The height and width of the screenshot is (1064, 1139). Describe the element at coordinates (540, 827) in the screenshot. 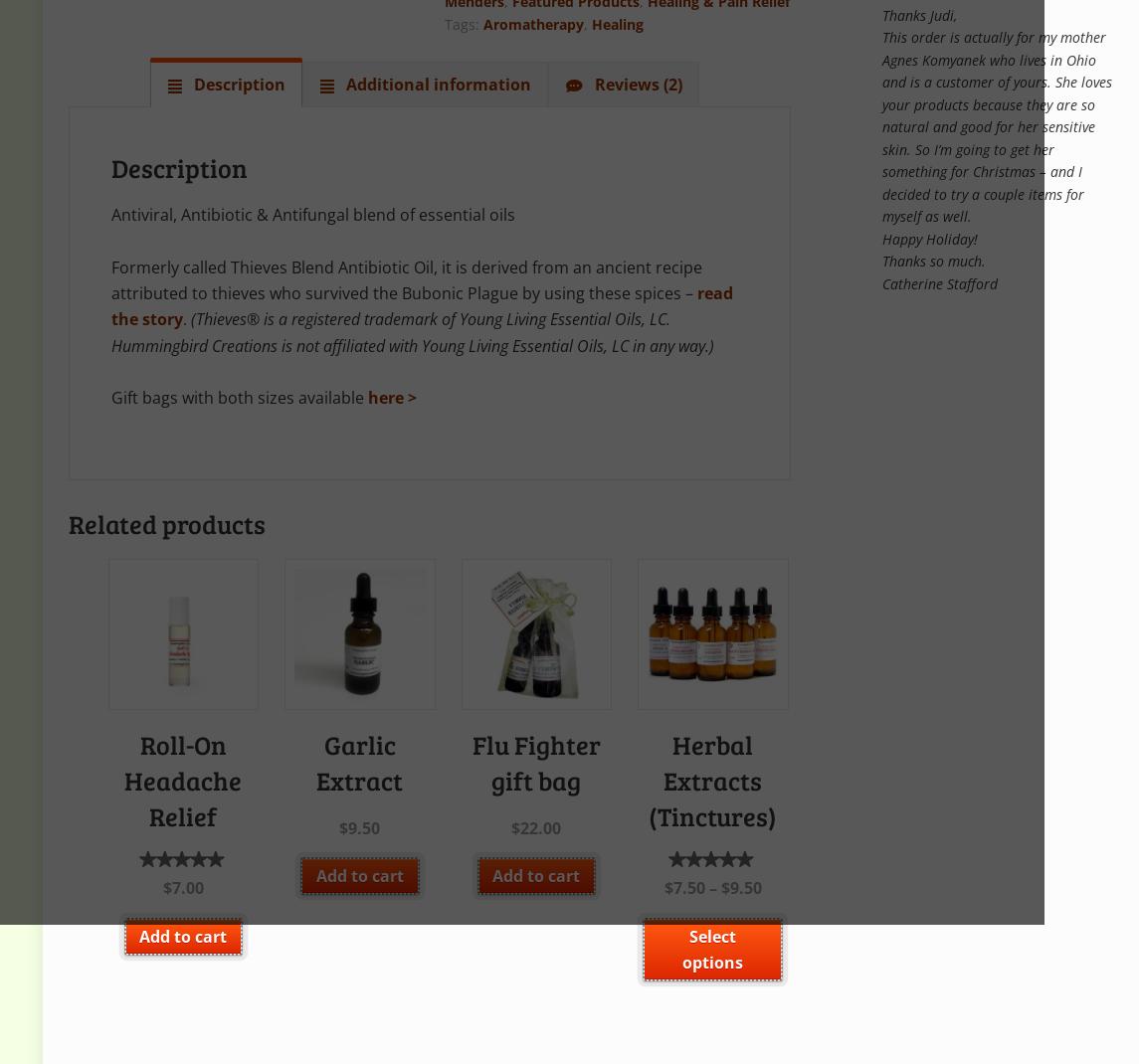

I see `'22.00'` at that location.